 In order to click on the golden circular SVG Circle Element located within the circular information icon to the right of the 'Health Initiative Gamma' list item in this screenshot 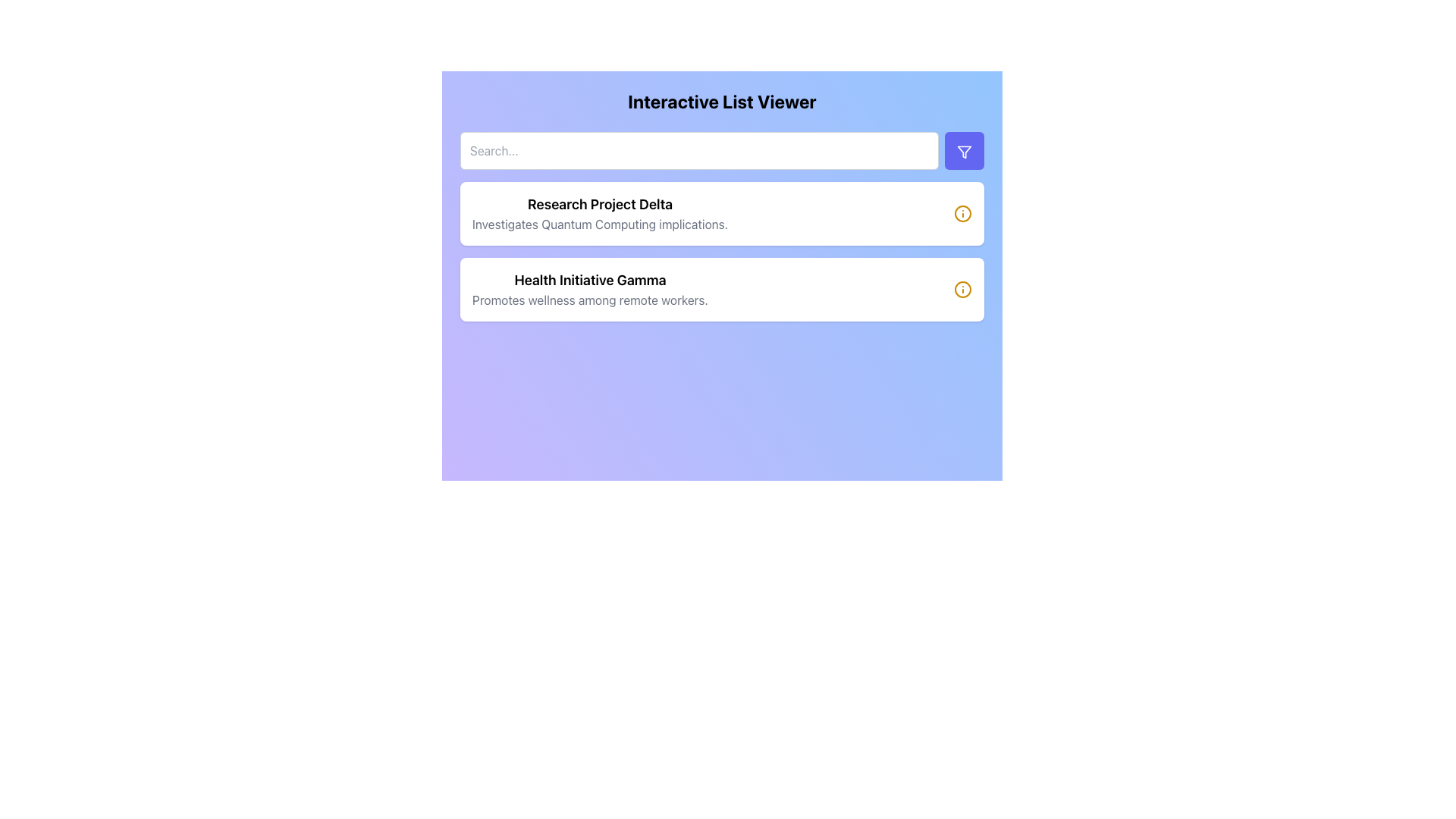, I will do `click(962, 213)`.